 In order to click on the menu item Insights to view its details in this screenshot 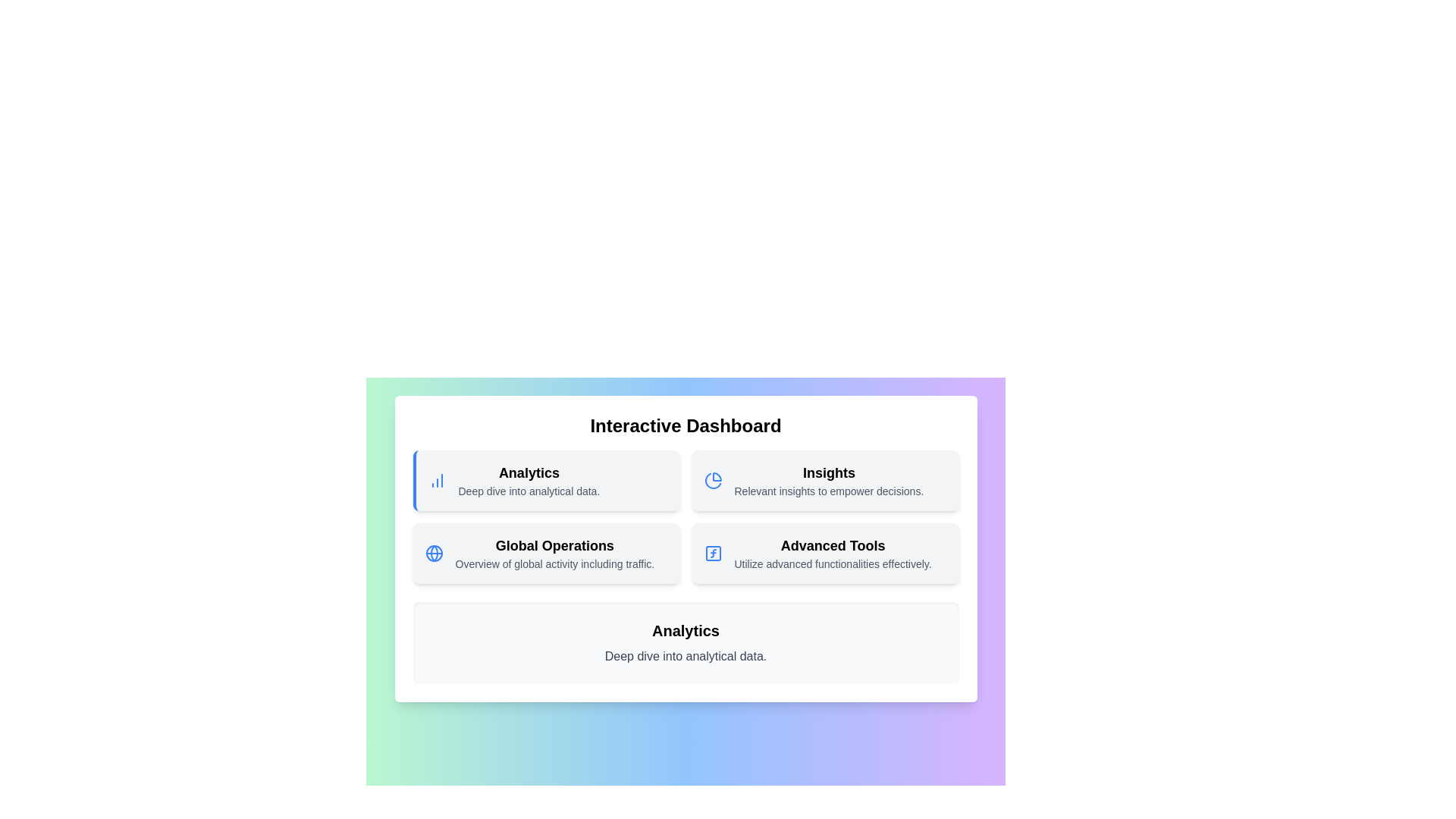, I will do `click(824, 480)`.